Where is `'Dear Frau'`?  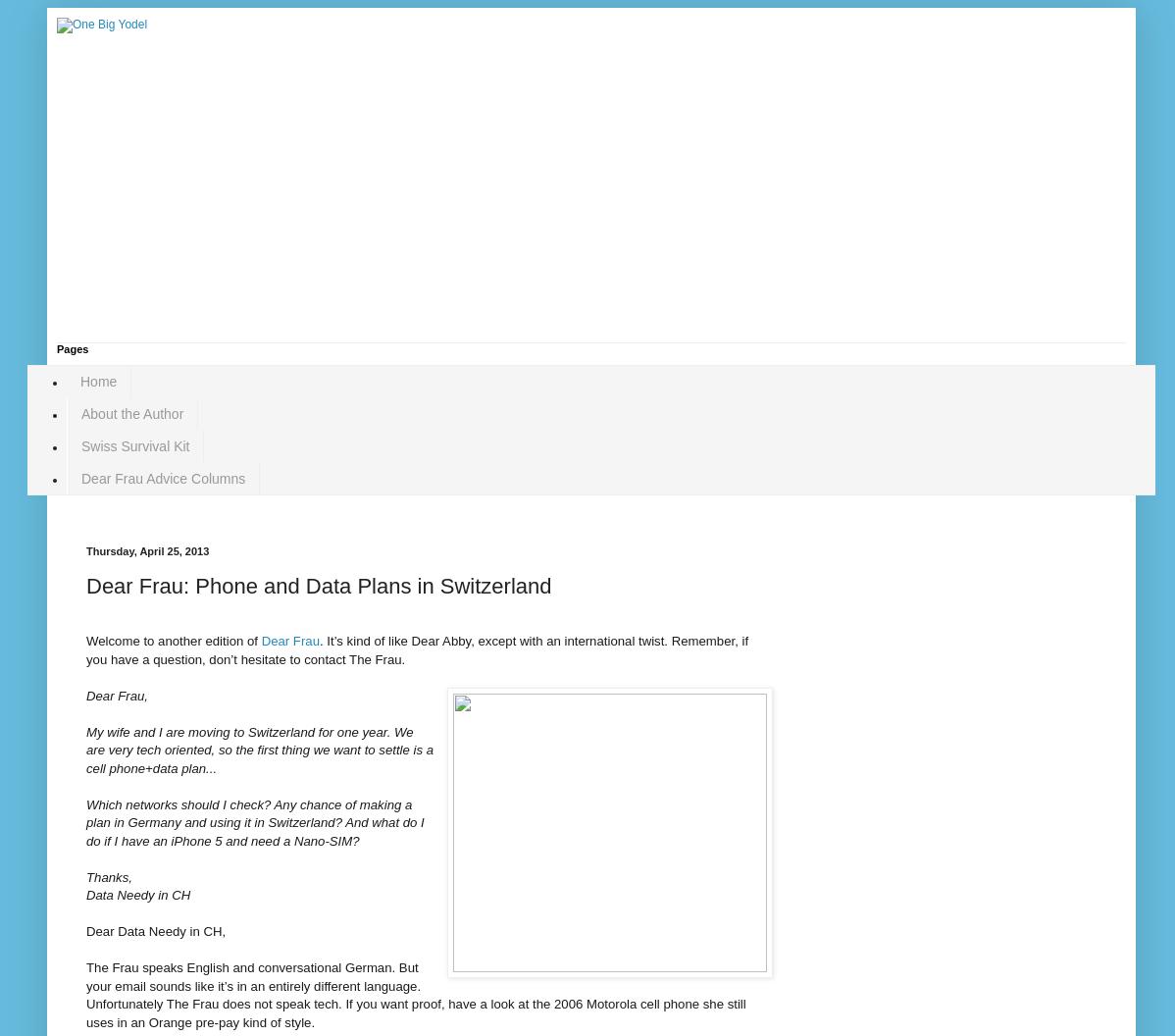 'Dear Frau' is located at coordinates (290, 640).